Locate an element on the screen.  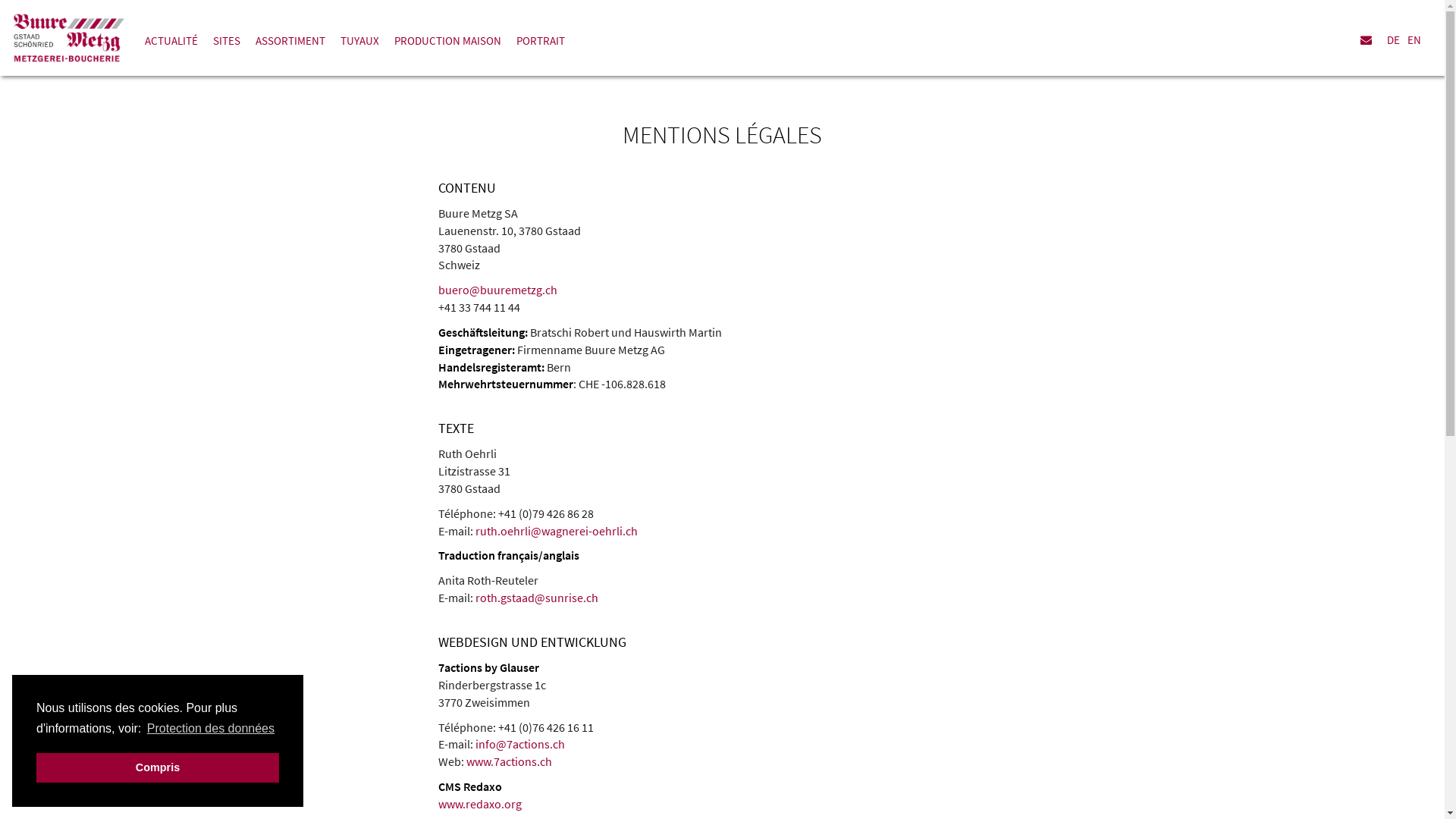
'ASSORTIMENT' is located at coordinates (290, 40).